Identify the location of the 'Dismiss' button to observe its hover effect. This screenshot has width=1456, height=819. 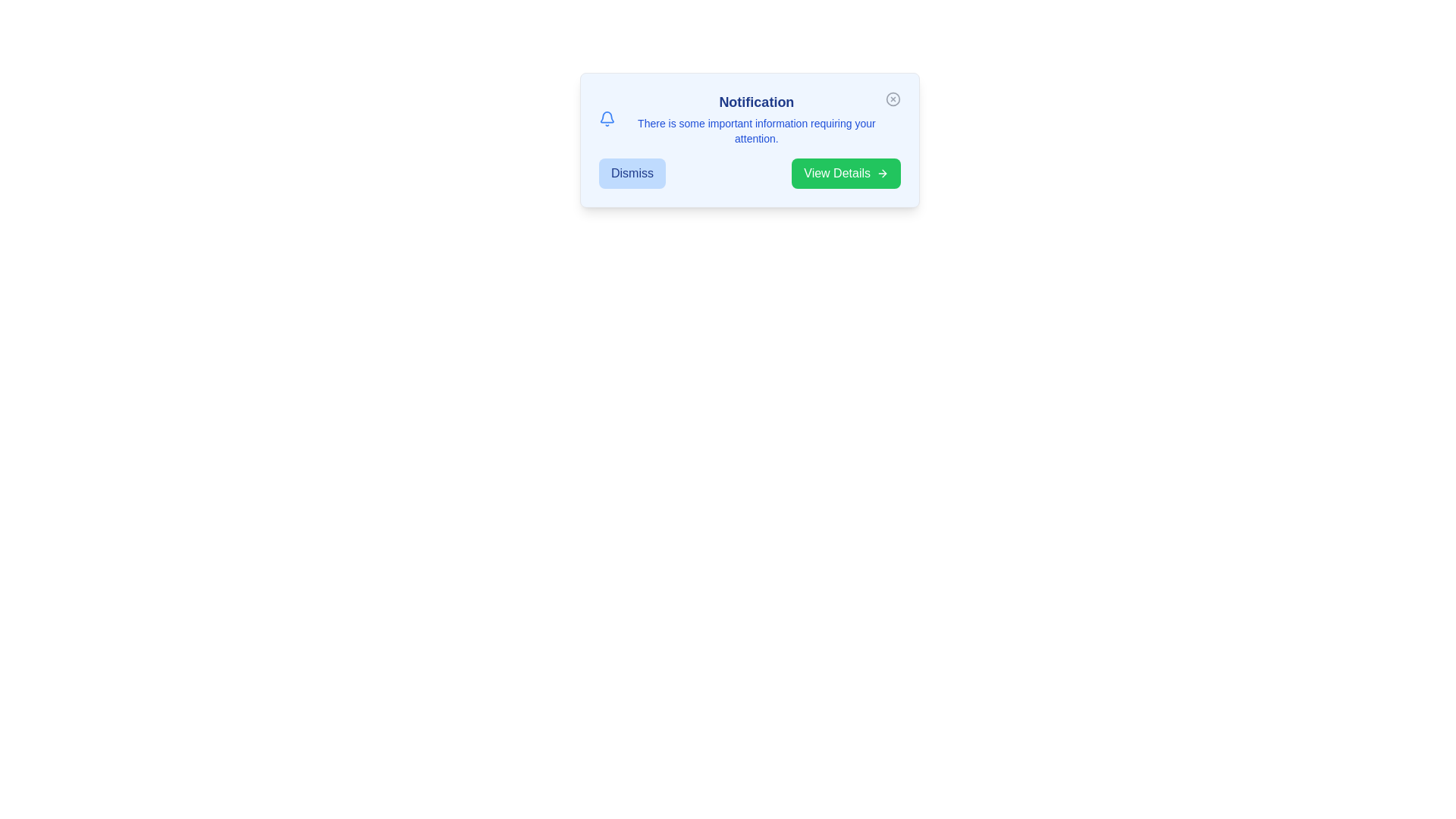
(632, 172).